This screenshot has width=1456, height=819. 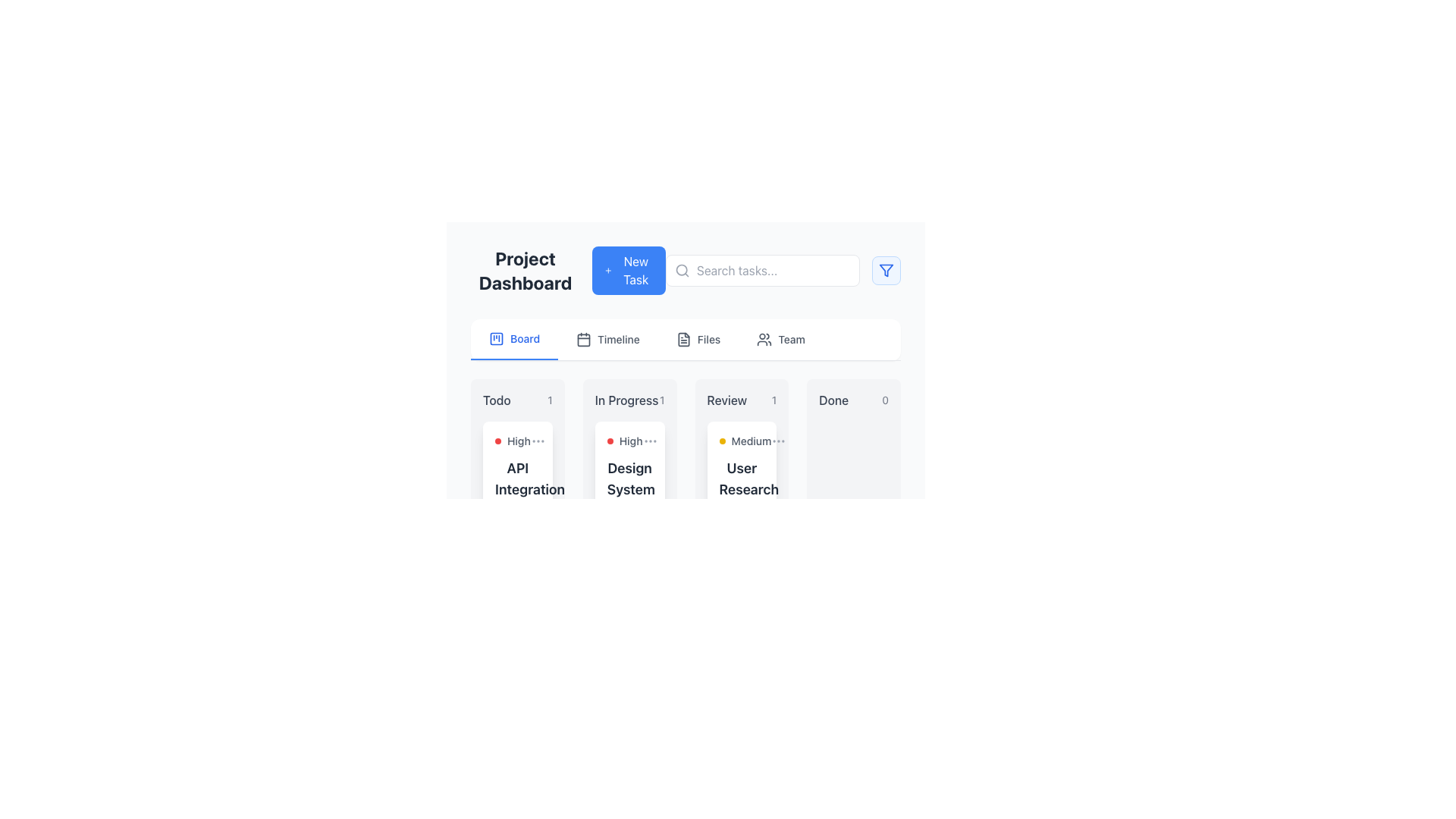 I want to click on the filter icon, which is a blue stylized funnel symbol located, so click(x=886, y=270).